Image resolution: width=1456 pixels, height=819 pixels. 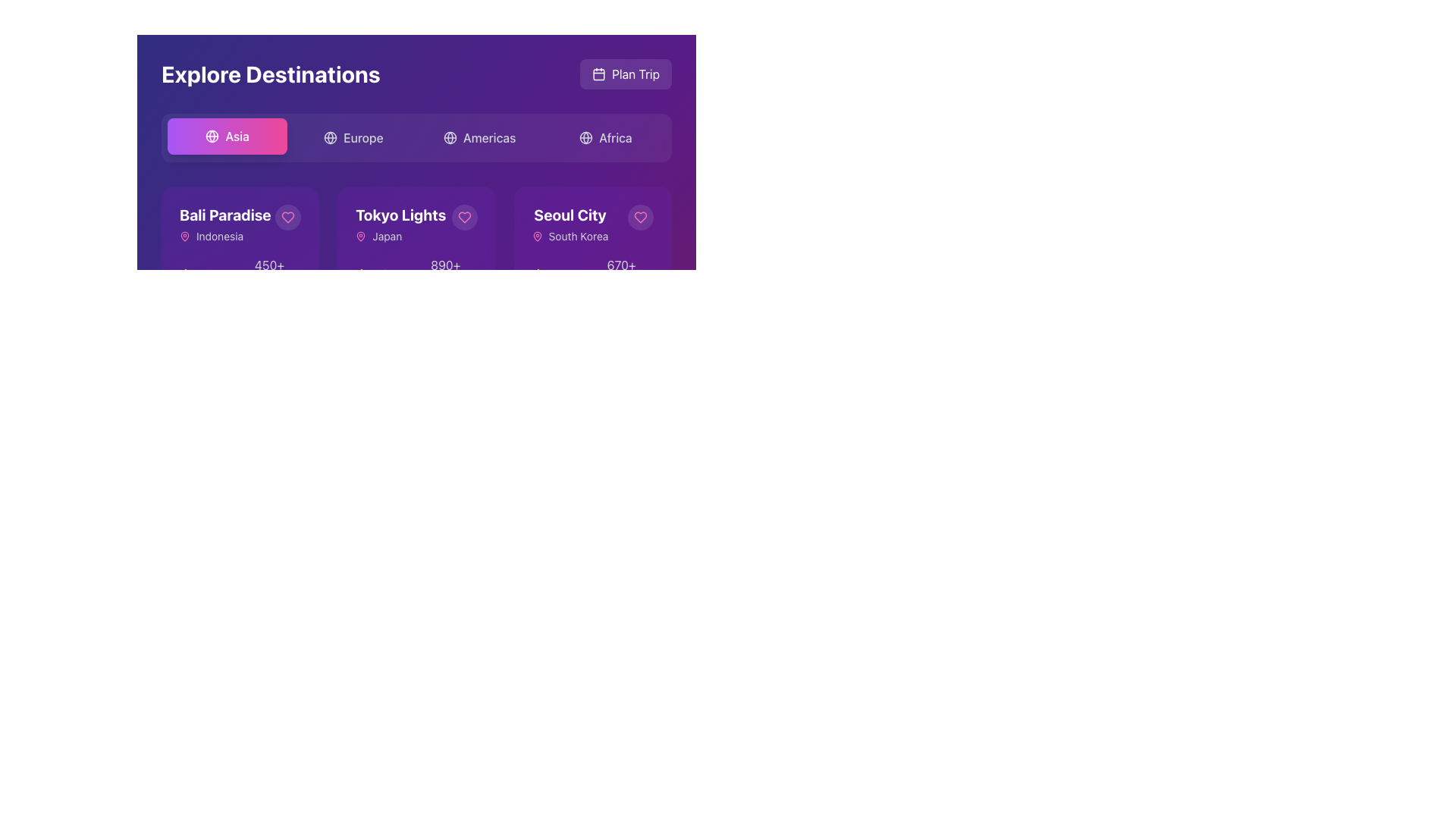 What do you see at coordinates (362, 137) in the screenshot?
I see `text displayed on the 'Europe' text label located in the navigation bar between 'Asia' and 'Americas'` at bounding box center [362, 137].